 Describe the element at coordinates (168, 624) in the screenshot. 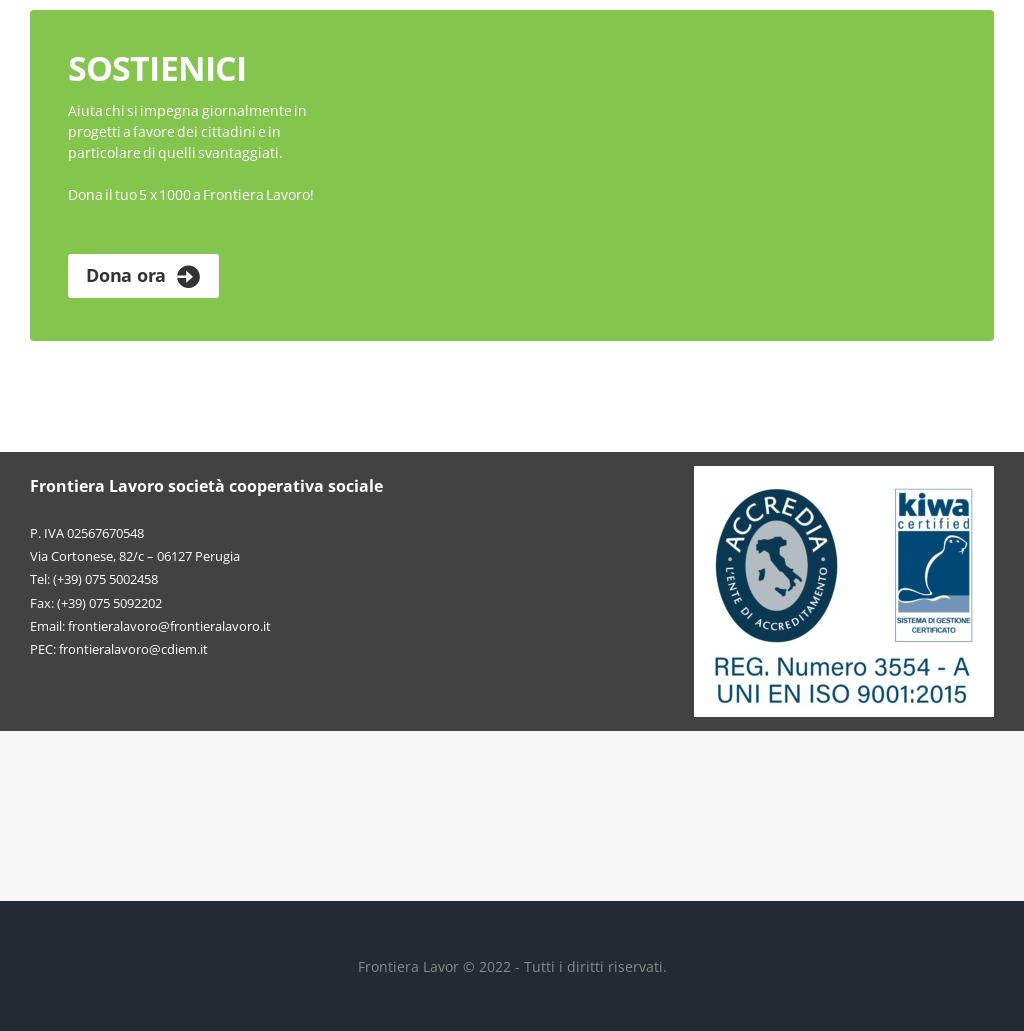

I see `'frontieralavoro@frontieralavoro.it'` at that location.